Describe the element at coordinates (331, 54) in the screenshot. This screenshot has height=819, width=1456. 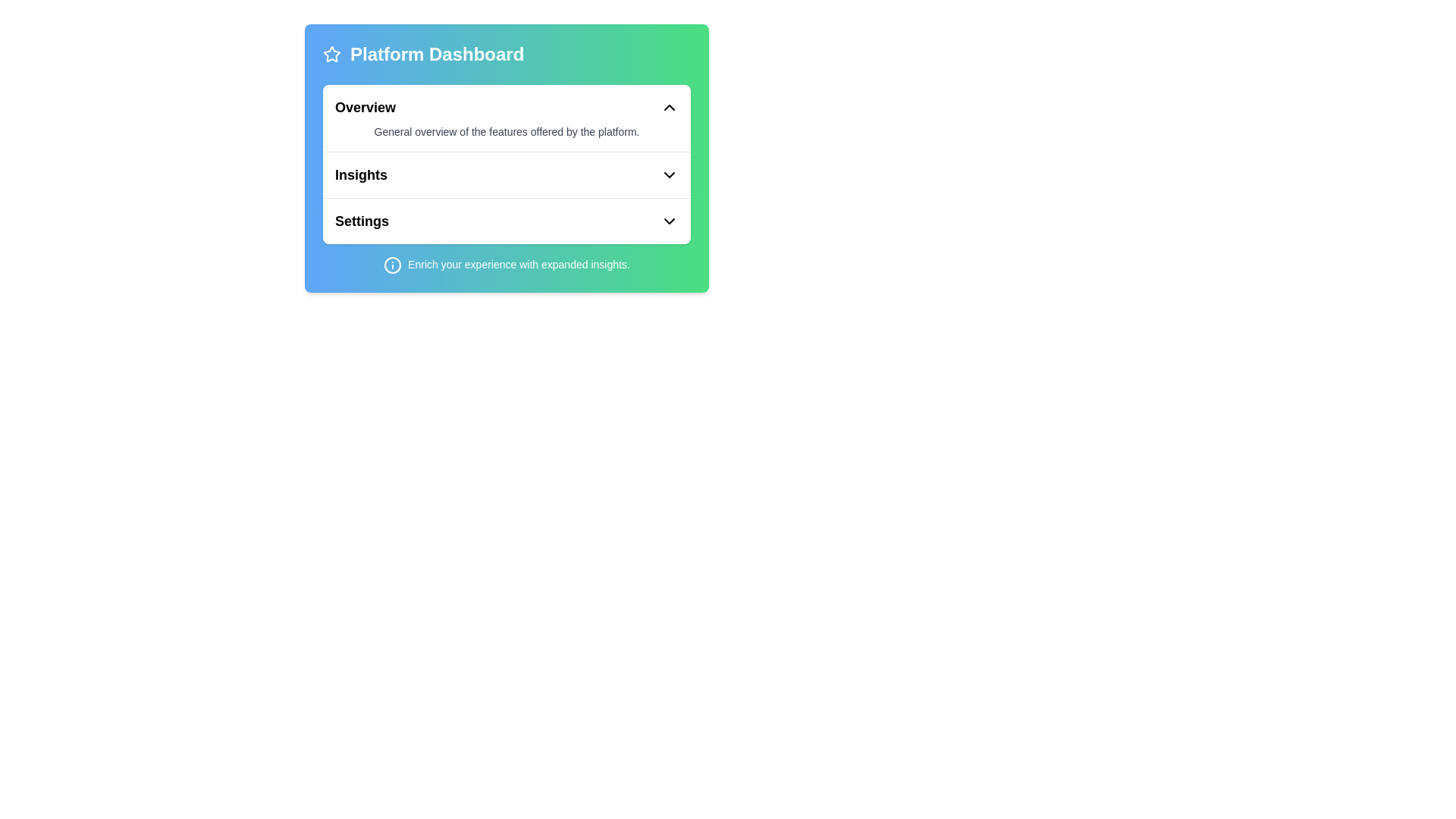
I see `the star-shaped icon with a white outline, located to the left of the text 'Platform Dashboard'` at that location.